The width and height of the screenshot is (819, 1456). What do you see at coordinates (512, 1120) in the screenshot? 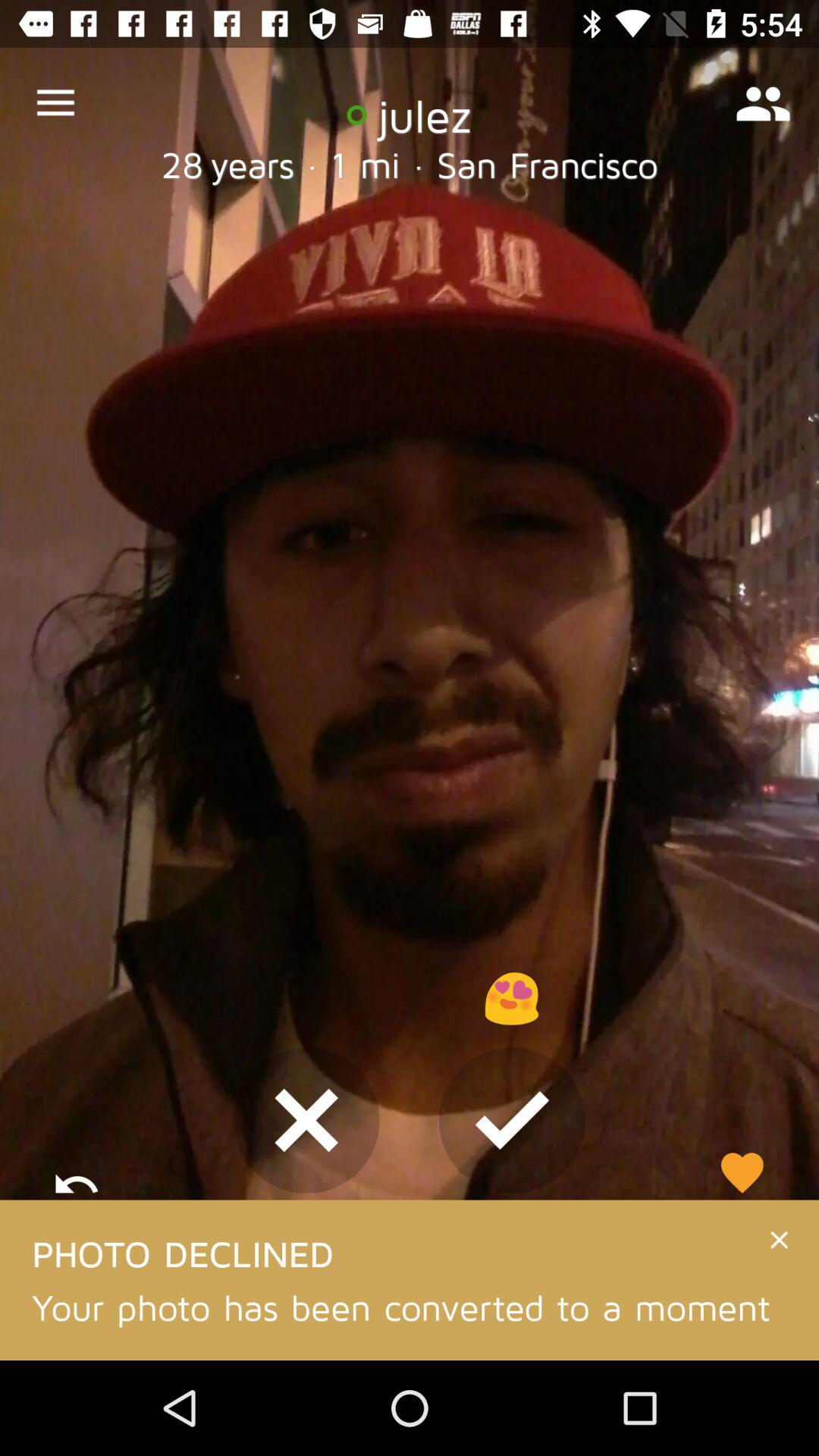
I see `the check icon` at bounding box center [512, 1120].